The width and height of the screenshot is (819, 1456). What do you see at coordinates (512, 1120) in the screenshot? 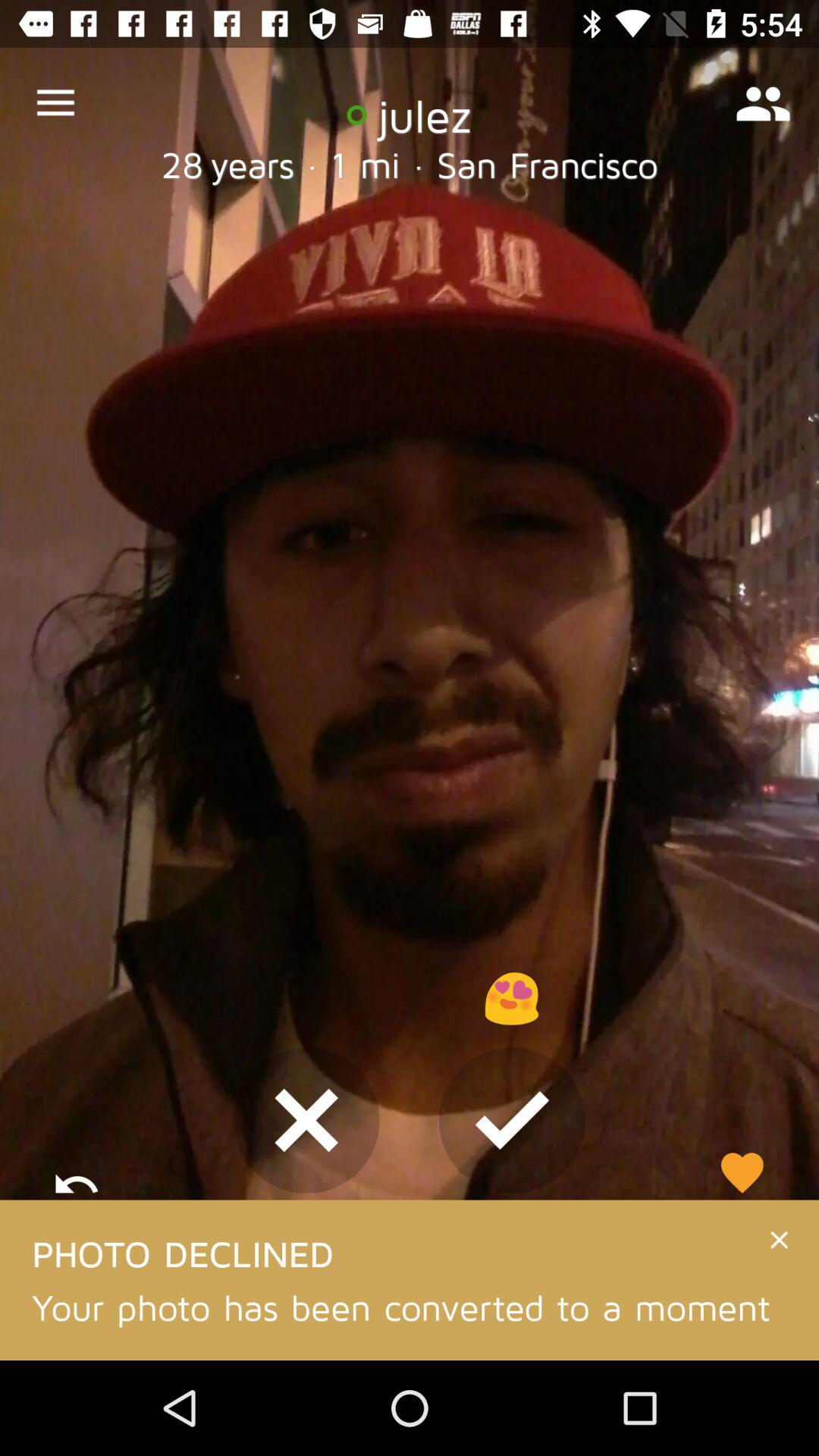
I see `the check icon` at bounding box center [512, 1120].